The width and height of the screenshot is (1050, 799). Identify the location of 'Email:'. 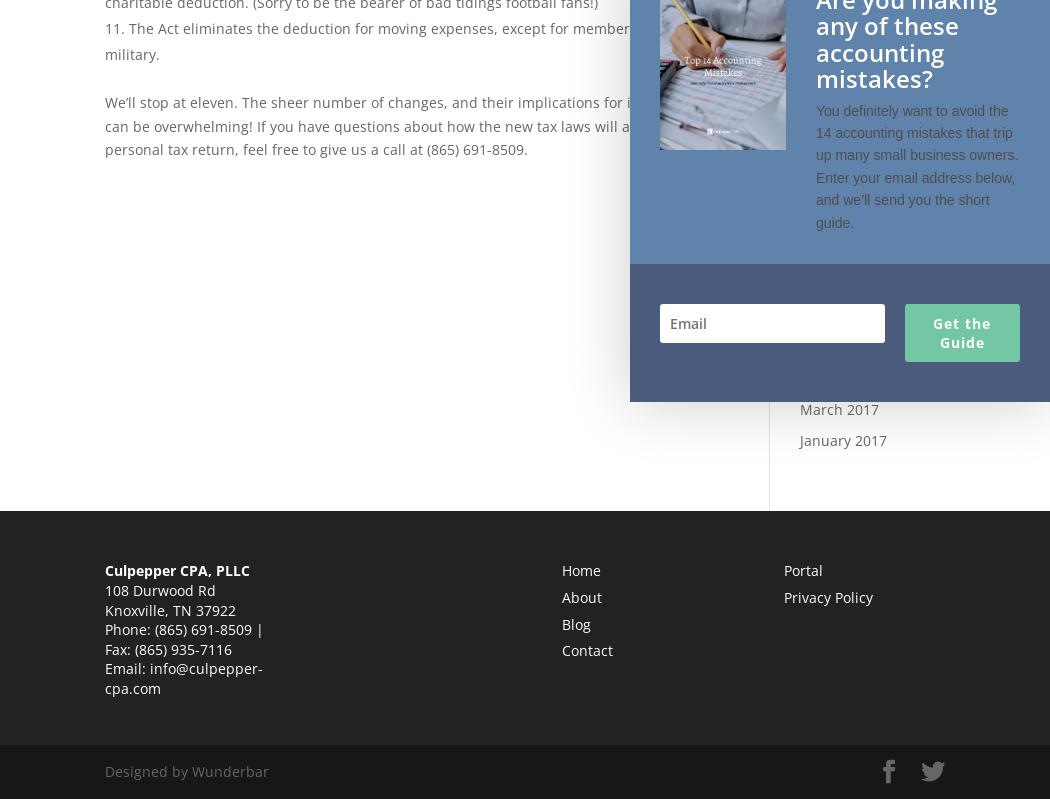
(126, 667).